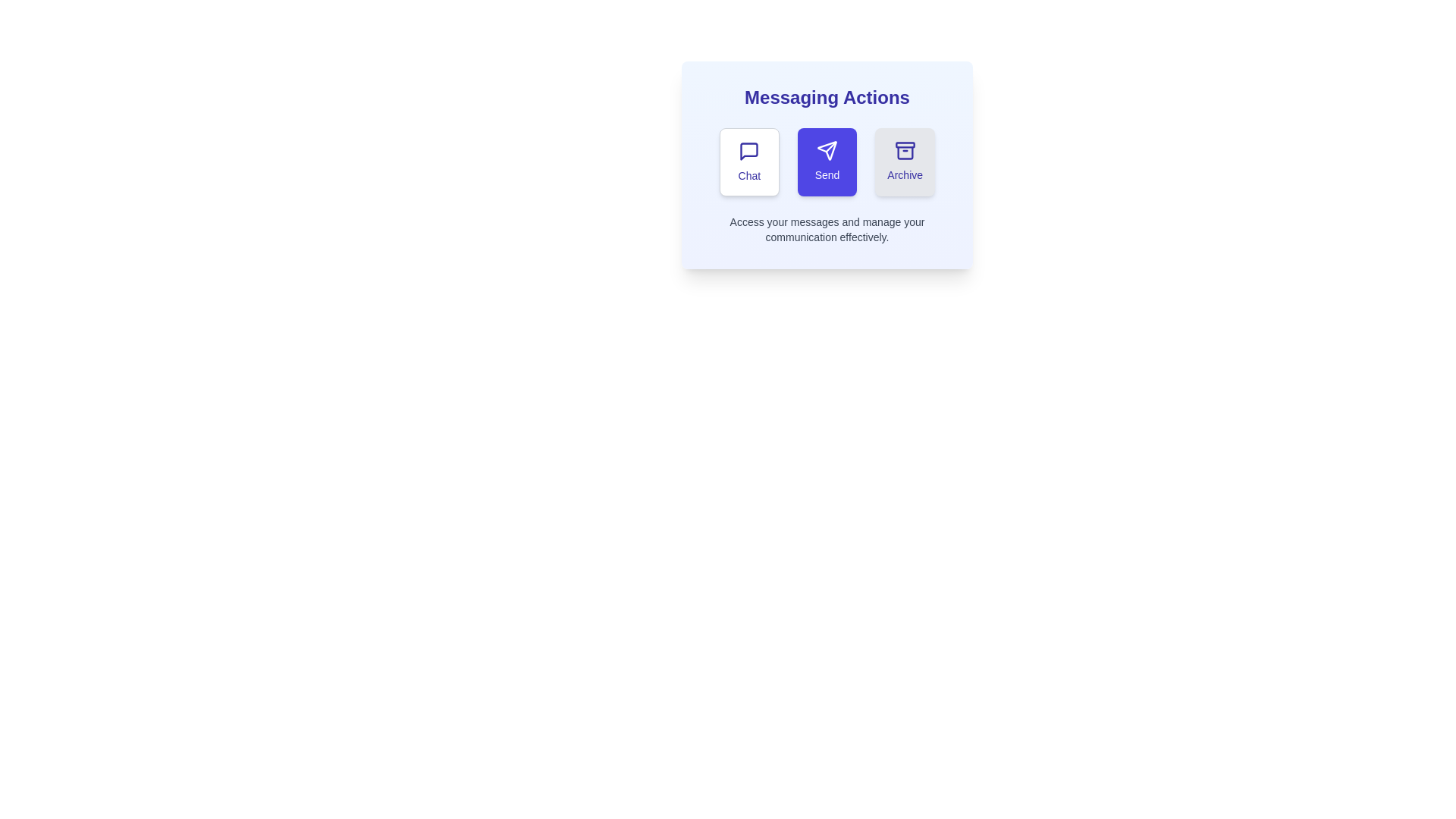 The image size is (1456, 819). I want to click on the vector graphic icon resembling a speech bubble located in the 'Chat' button within the 'Messaging Actions' section to trigger the tooltip or highlight effect, so click(749, 152).